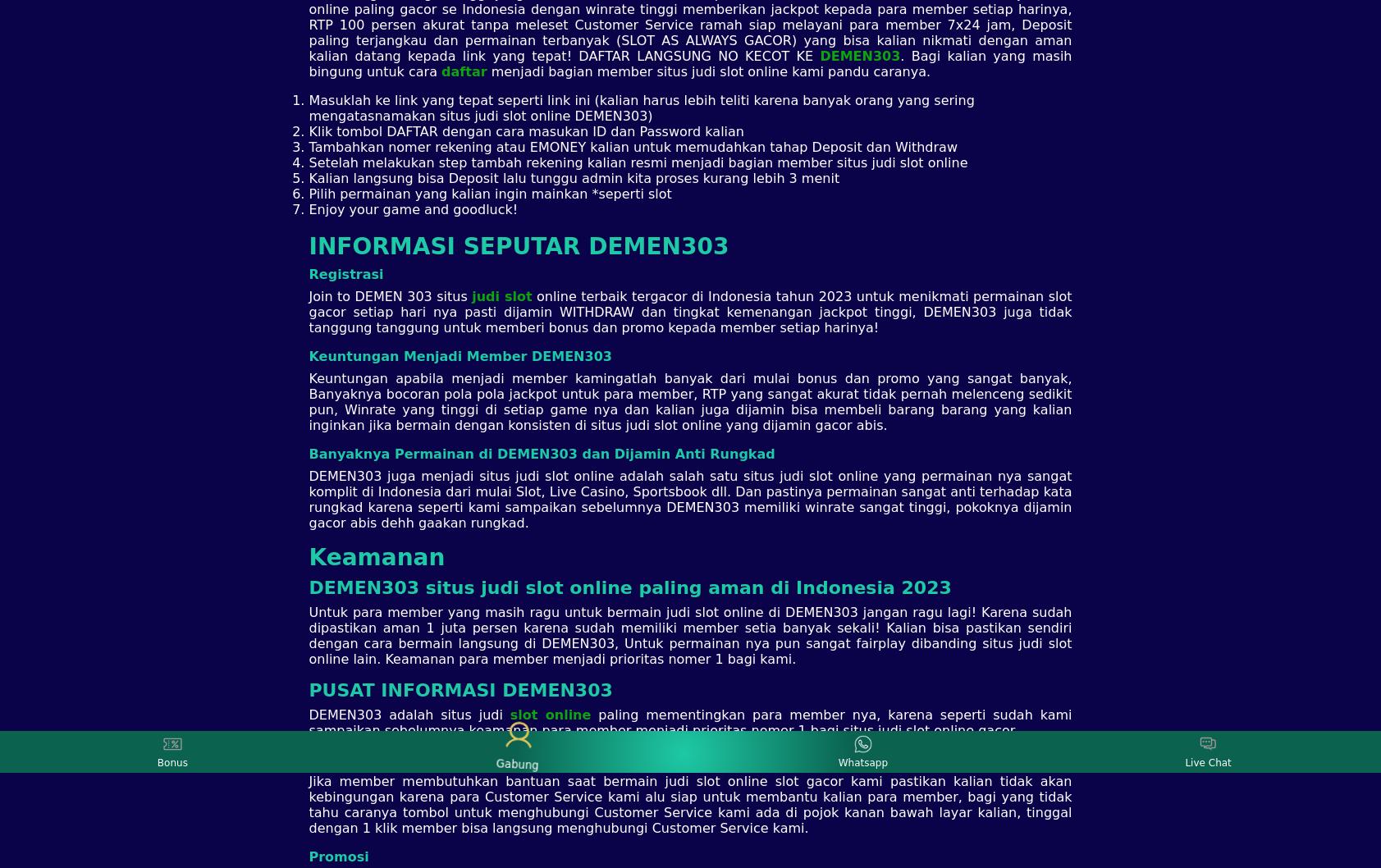  What do you see at coordinates (376, 555) in the screenshot?
I see `'Keamanan'` at bounding box center [376, 555].